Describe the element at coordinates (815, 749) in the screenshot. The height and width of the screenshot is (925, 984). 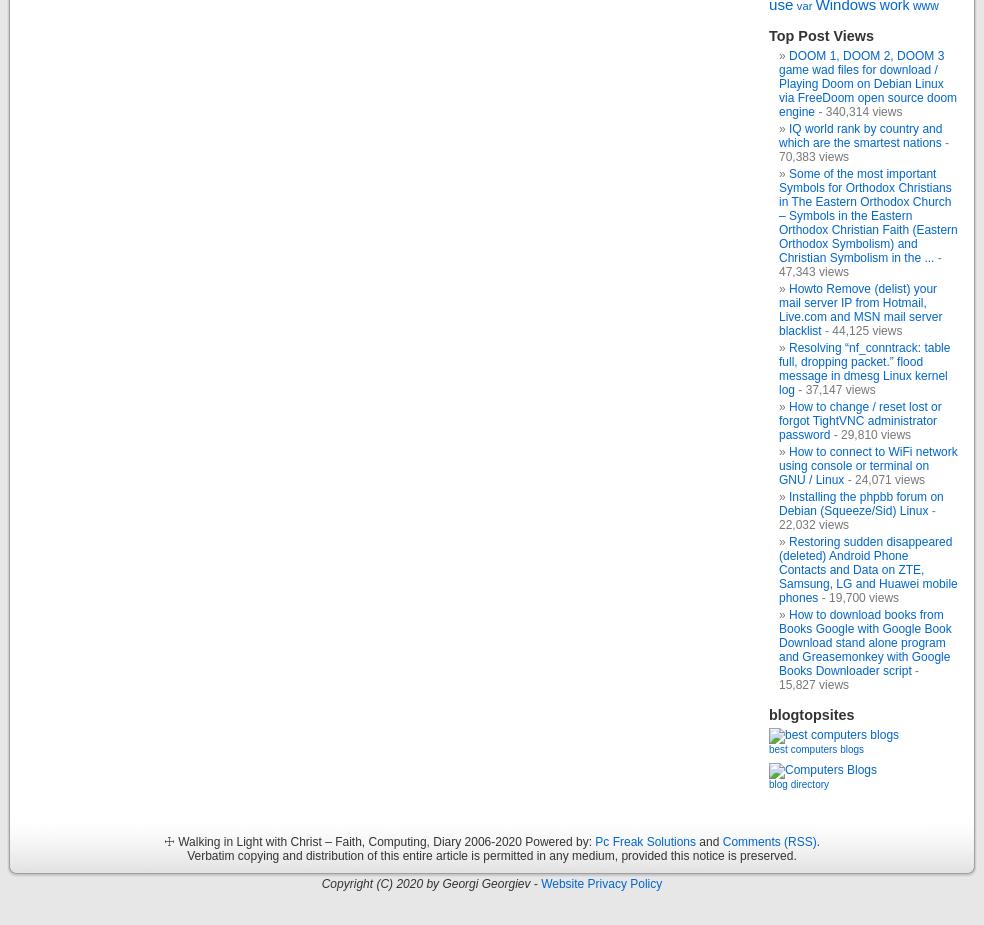
I see `'best computers blogs'` at that location.